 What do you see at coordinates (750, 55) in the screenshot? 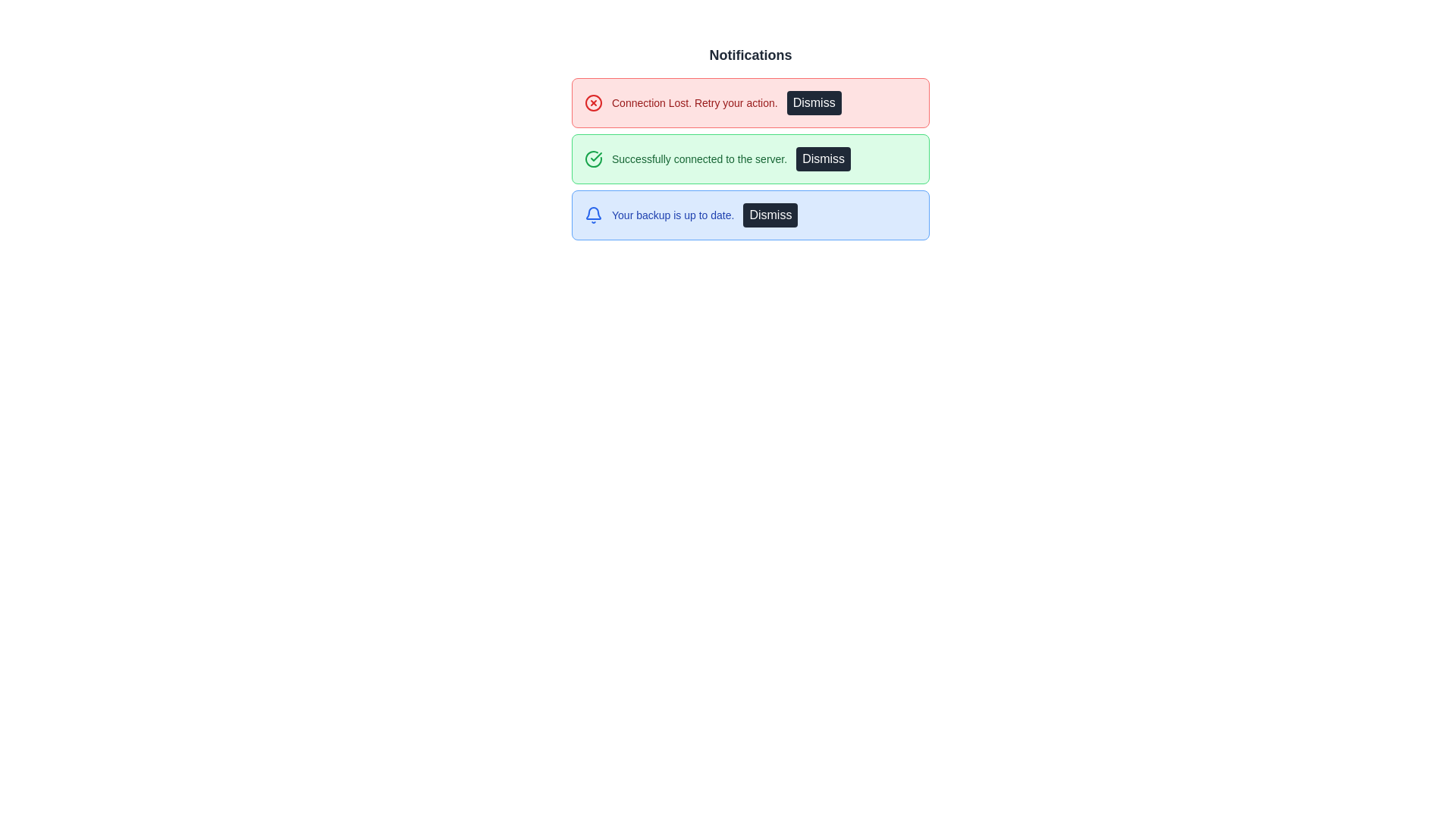
I see `the Heading or Label that serves as the title for the notifications section, which is positioned at the top of the notifications area and is centered horizontally` at bounding box center [750, 55].